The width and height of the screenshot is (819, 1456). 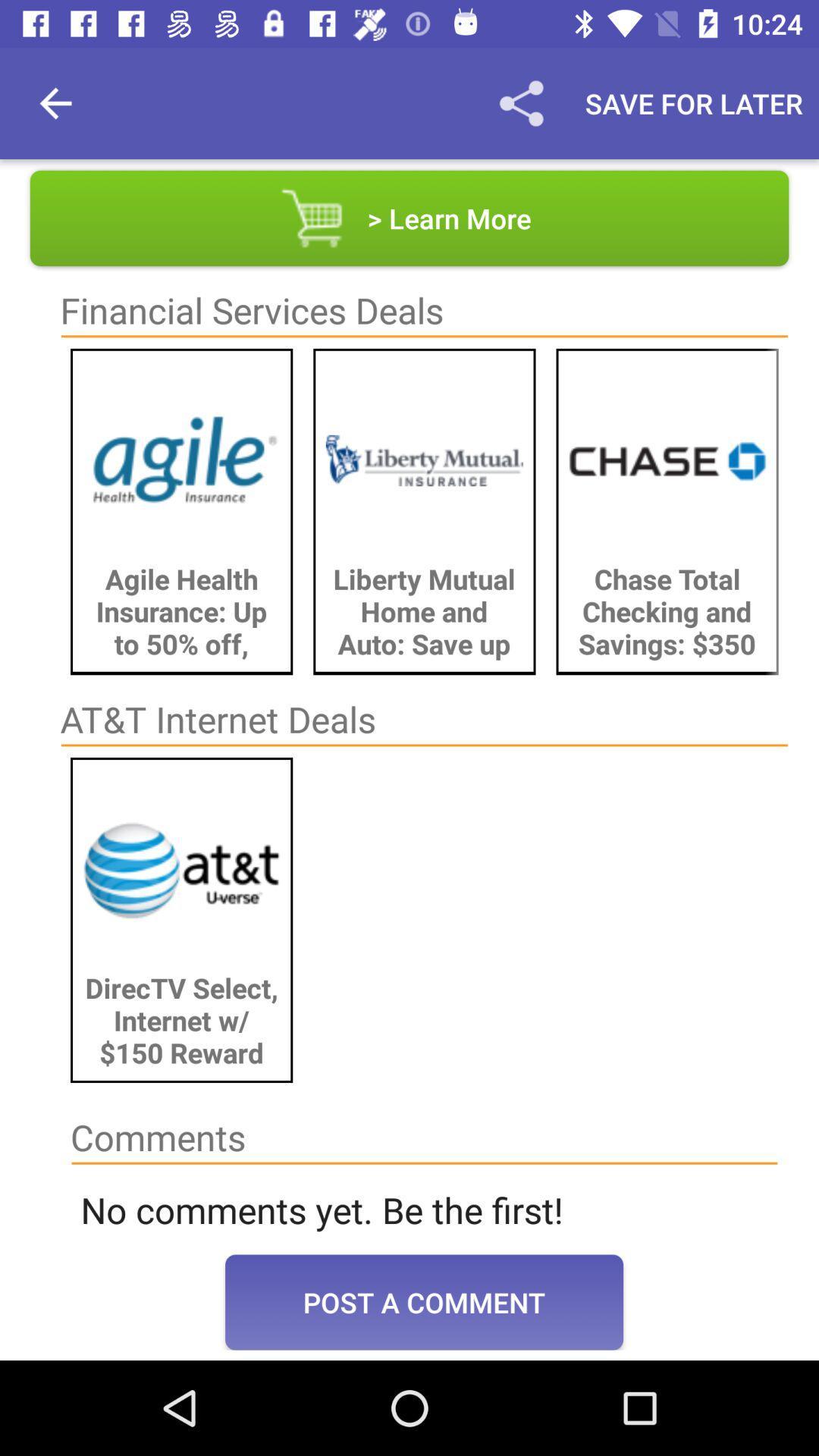 I want to click on the post a comment, so click(x=424, y=1301).